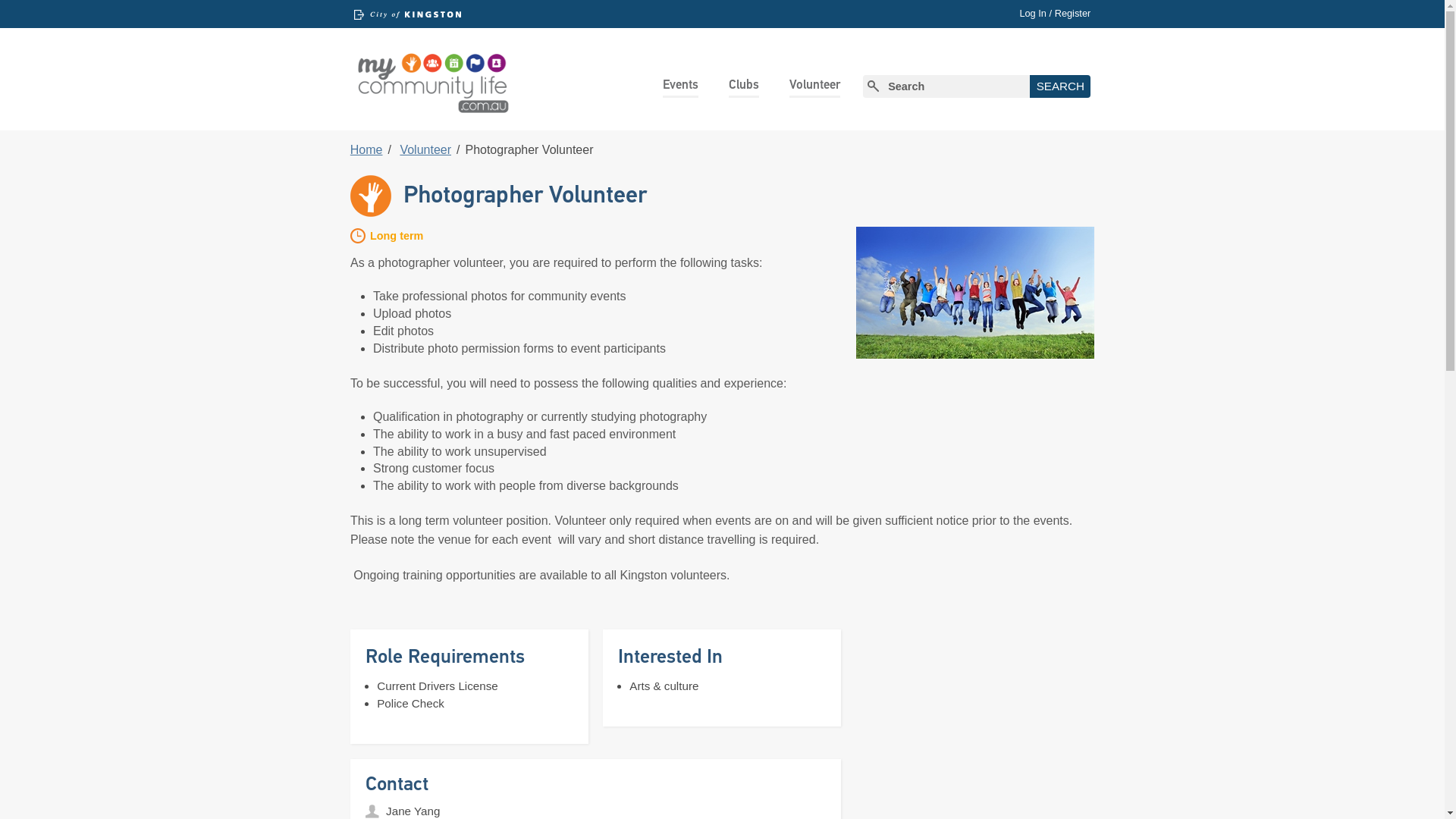  Describe the element at coordinates (407, 14) in the screenshot. I see `'City of Kingston'` at that location.